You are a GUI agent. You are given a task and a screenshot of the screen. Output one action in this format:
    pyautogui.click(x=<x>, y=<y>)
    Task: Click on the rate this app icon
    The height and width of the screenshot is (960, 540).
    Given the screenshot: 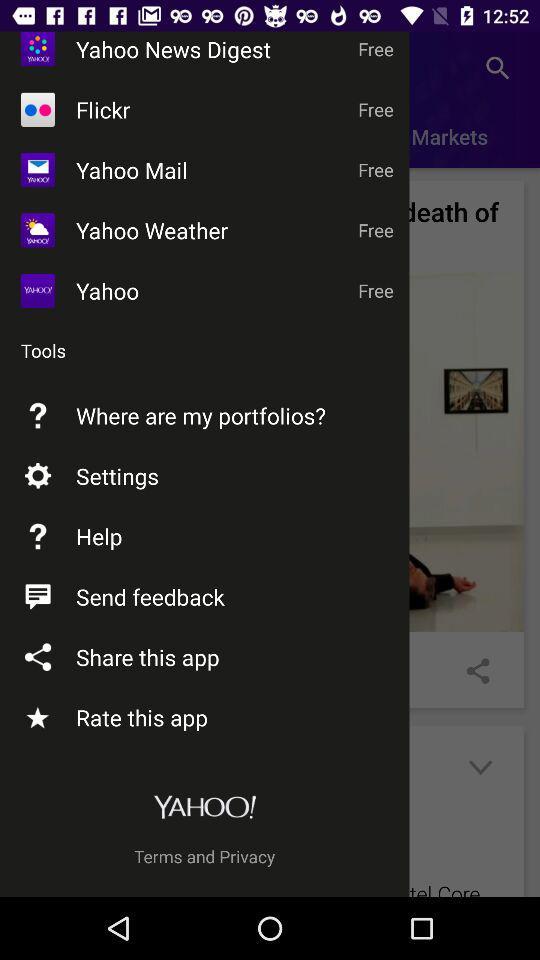 What is the action you would take?
    pyautogui.click(x=38, y=717)
    